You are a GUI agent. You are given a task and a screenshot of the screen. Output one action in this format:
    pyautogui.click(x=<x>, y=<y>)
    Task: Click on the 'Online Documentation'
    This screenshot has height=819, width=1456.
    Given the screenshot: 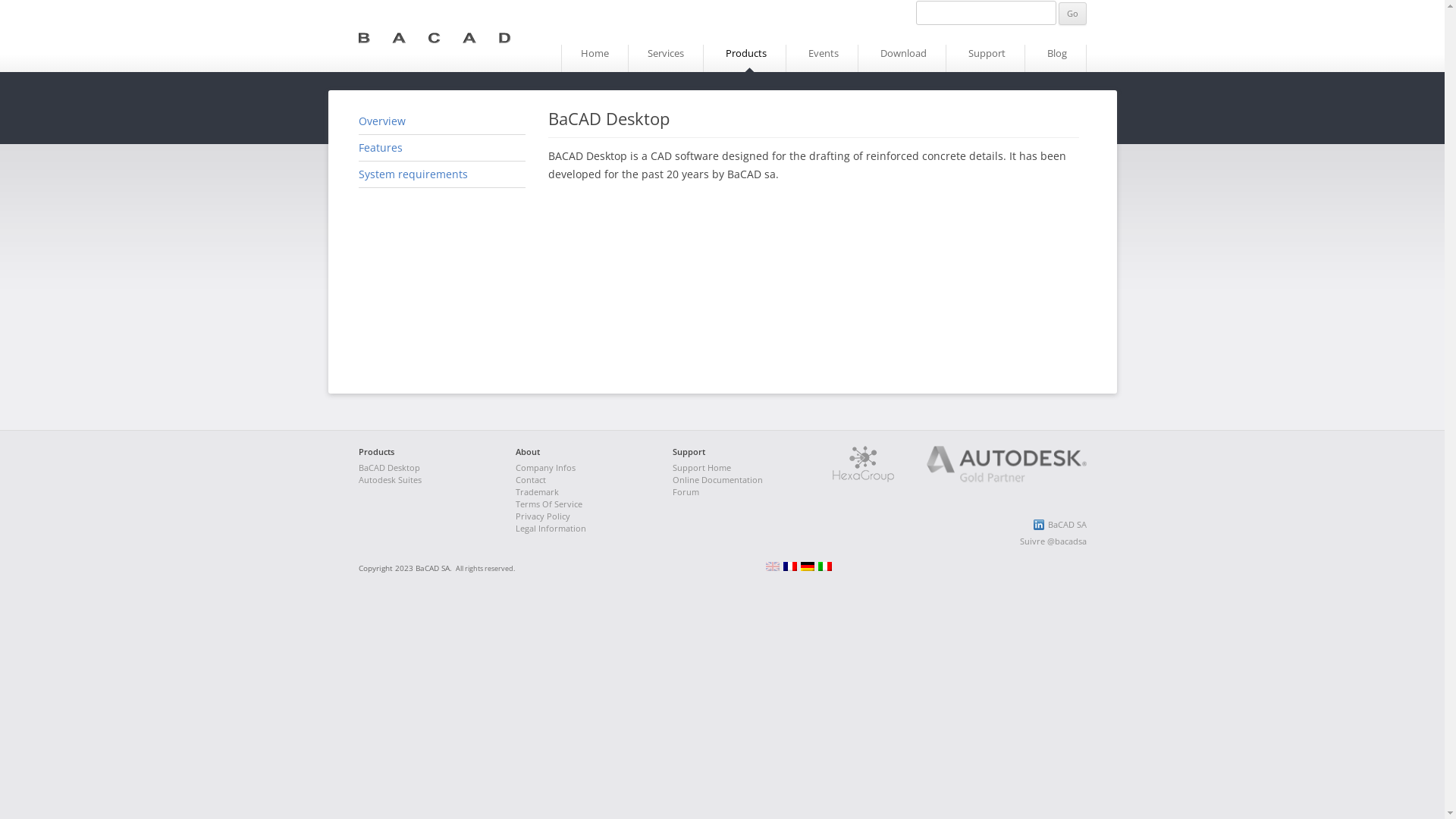 What is the action you would take?
    pyautogui.click(x=717, y=479)
    